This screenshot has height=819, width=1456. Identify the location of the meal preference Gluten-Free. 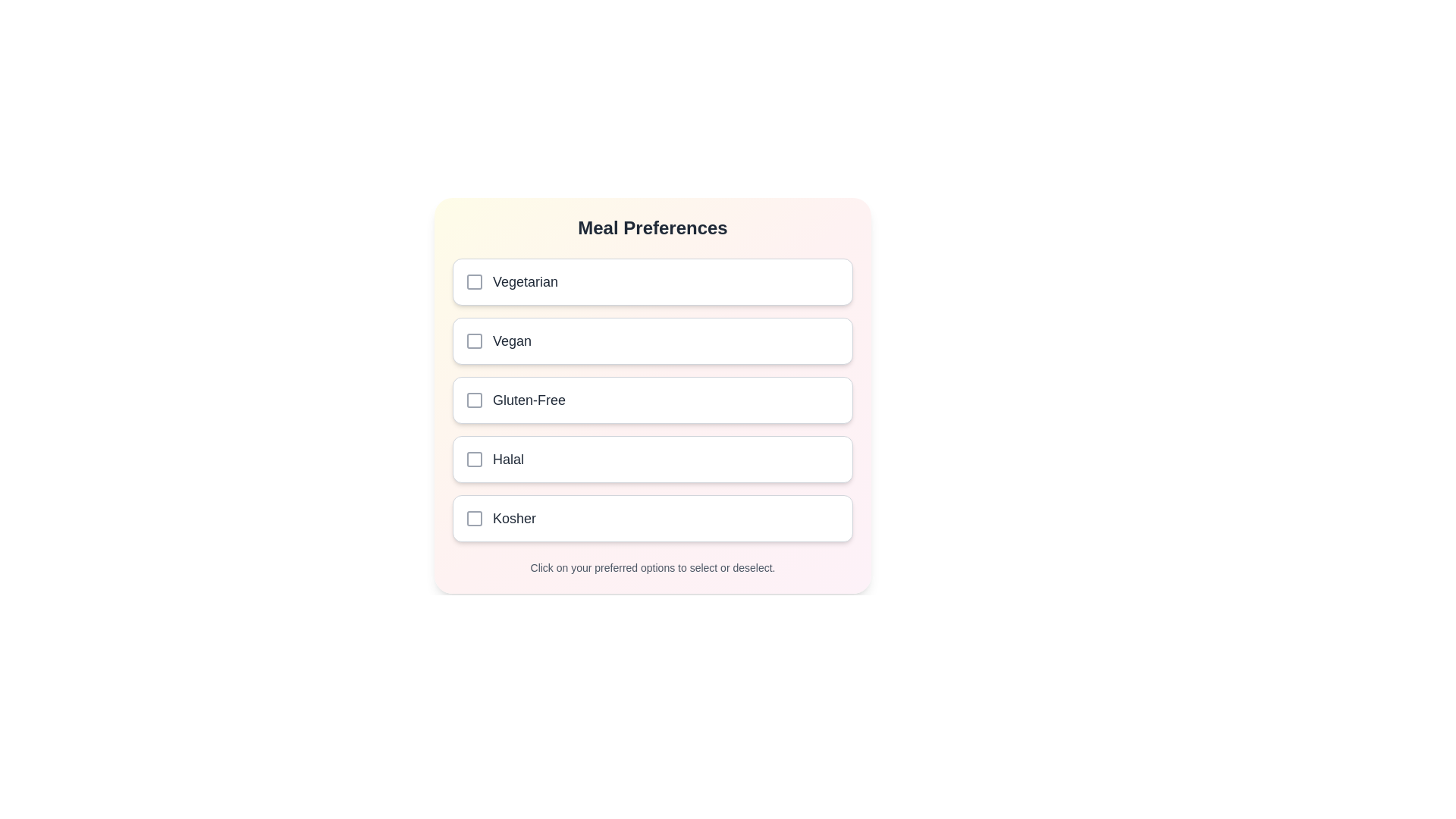
(652, 400).